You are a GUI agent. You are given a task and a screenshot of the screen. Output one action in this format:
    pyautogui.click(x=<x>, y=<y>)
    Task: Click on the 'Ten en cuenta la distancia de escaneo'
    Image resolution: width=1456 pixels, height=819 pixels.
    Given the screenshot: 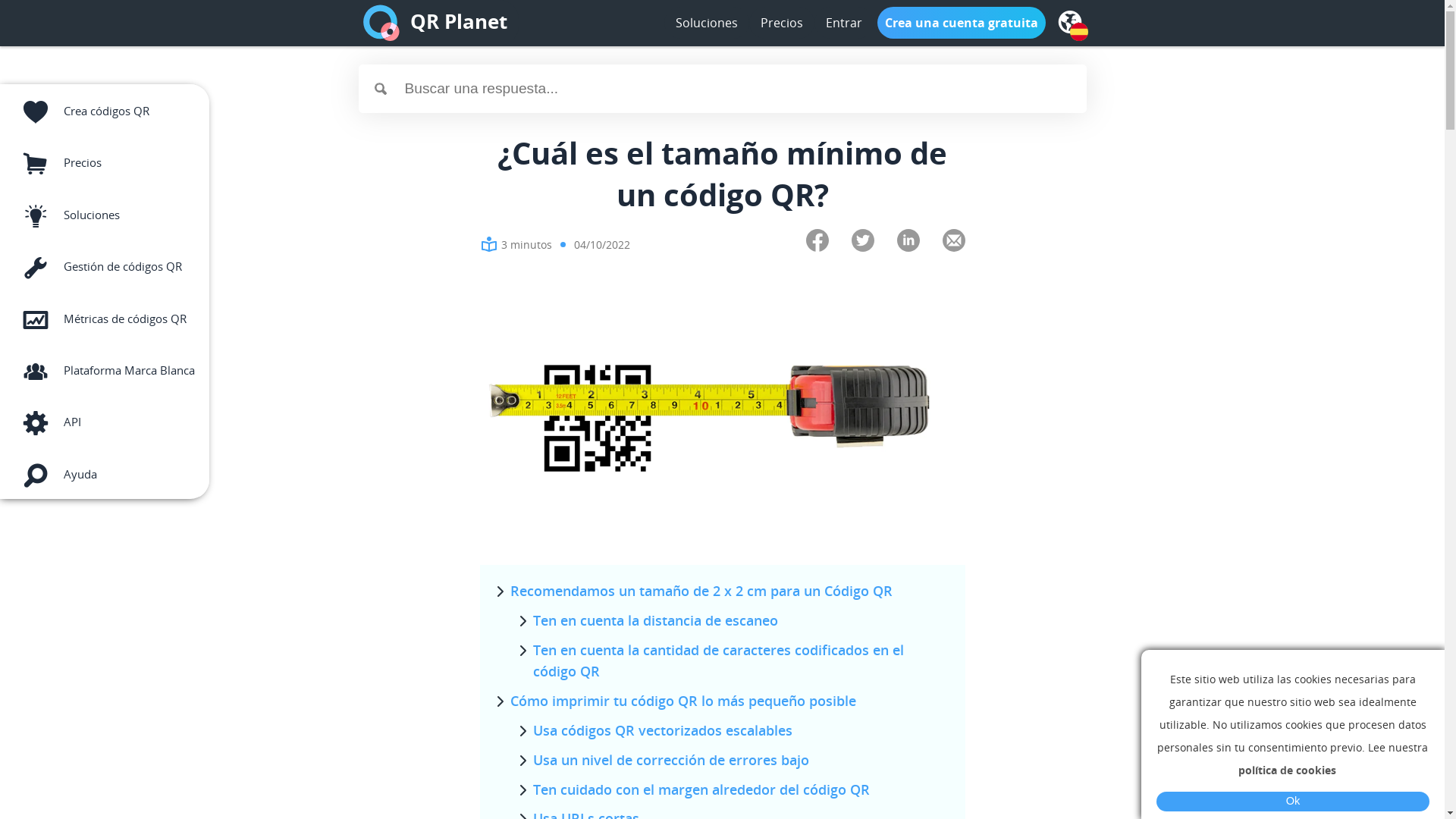 What is the action you would take?
    pyautogui.click(x=654, y=620)
    